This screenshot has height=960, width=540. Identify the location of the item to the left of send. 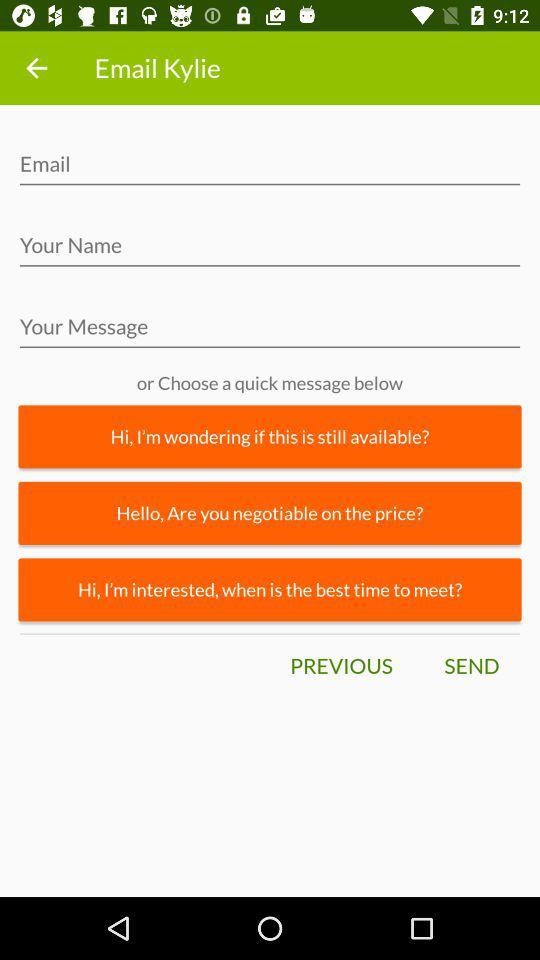
(340, 666).